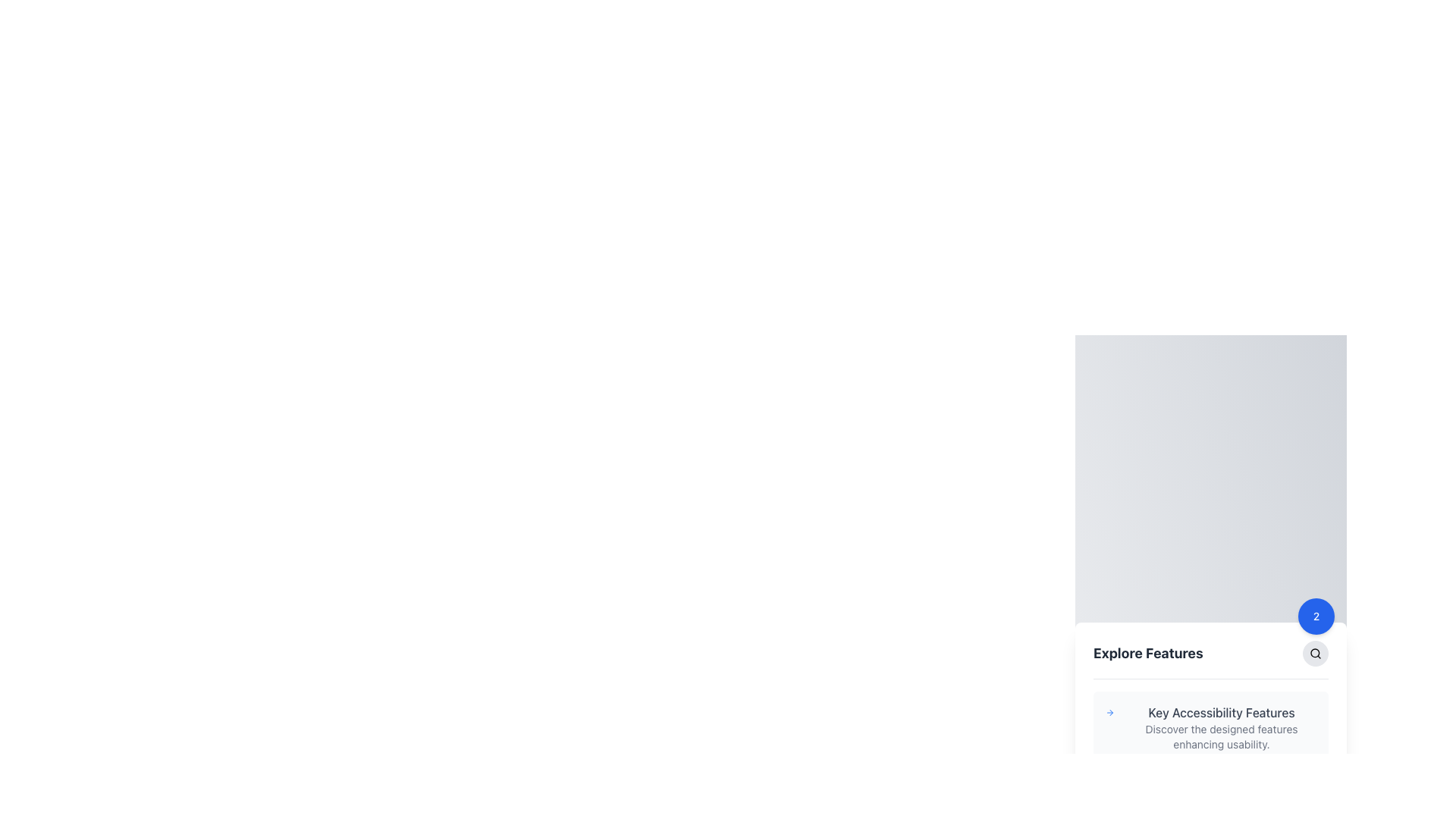 This screenshot has width=1456, height=819. I want to click on the small magnifying glass icon located in the top-right corner of the card, so click(1314, 652).